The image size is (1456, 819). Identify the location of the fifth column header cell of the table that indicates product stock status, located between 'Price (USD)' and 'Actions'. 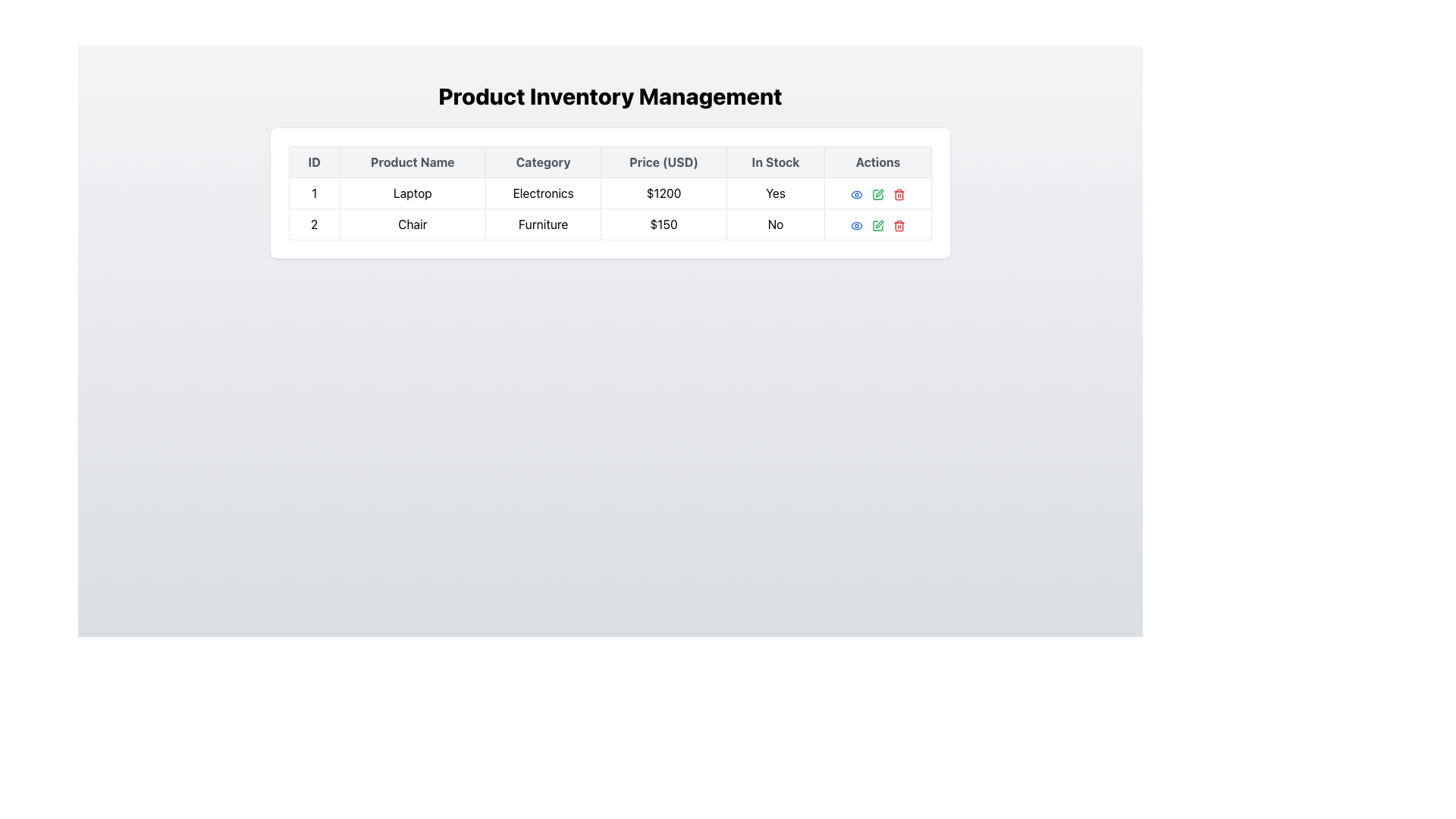
(775, 162).